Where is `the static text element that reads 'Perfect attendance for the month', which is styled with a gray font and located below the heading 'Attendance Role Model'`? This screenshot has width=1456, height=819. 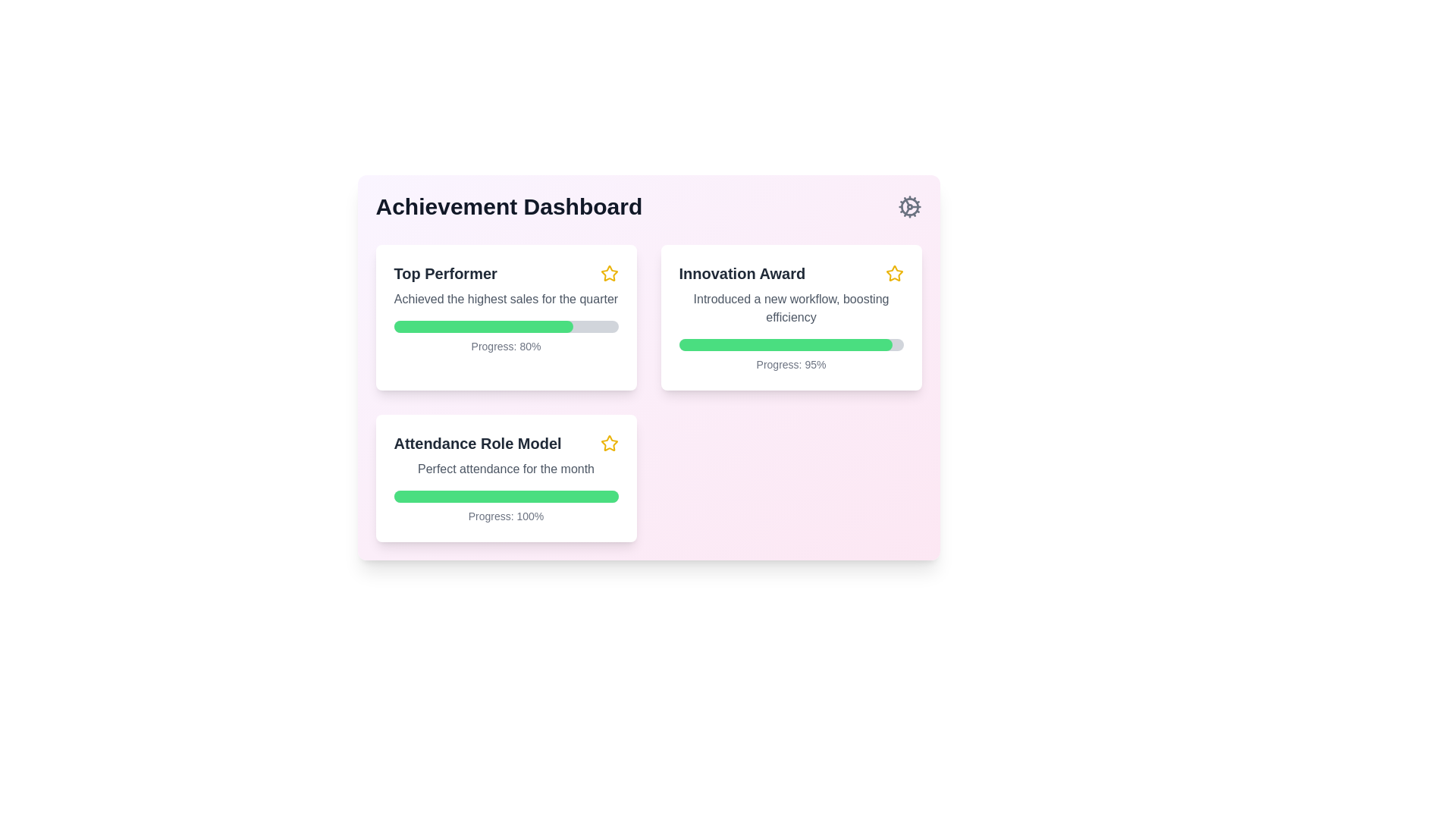
the static text element that reads 'Perfect attendance for the month', which is styled with a gray font and located below the heading 'Attendance Role Model' is located at coordinates (506, 468).